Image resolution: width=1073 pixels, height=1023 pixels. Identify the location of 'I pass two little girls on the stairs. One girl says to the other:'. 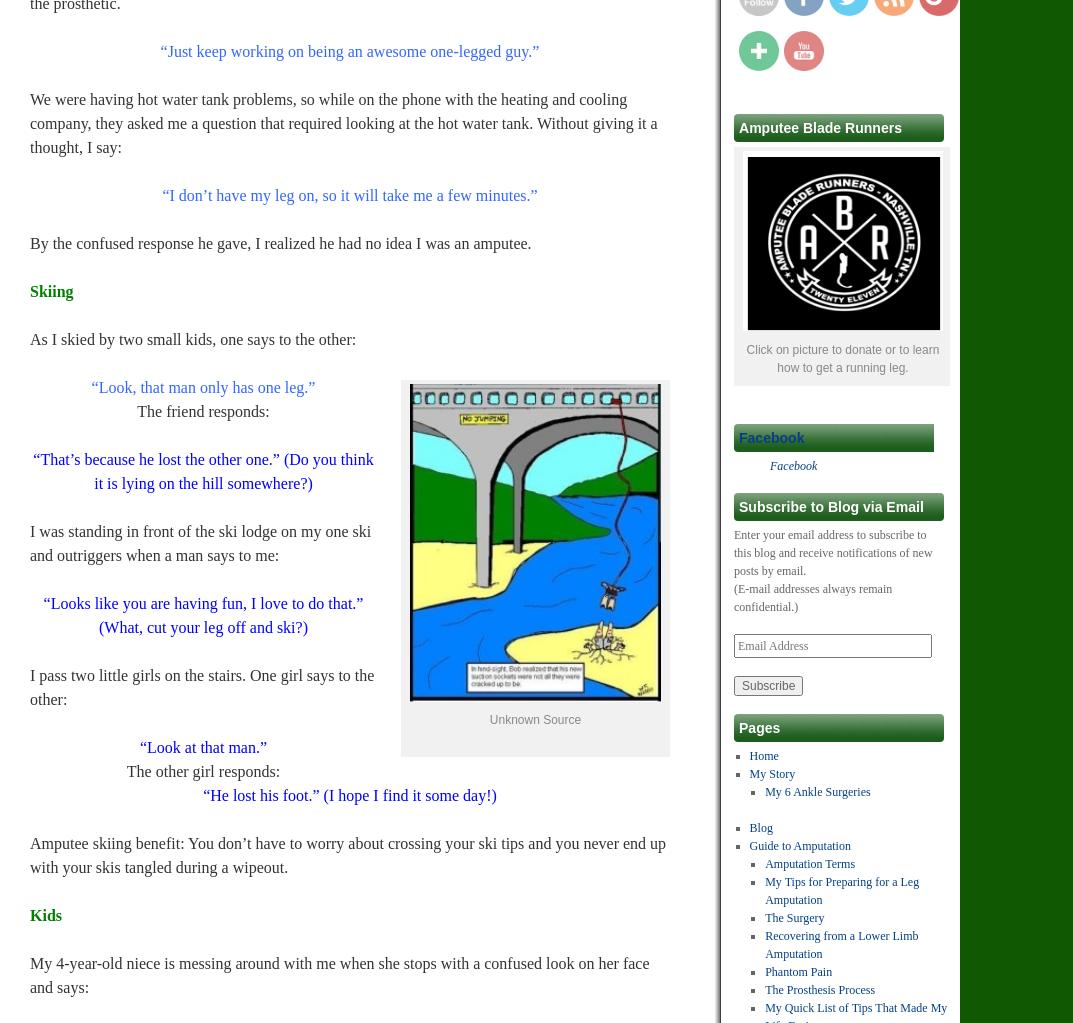
(202, 686).